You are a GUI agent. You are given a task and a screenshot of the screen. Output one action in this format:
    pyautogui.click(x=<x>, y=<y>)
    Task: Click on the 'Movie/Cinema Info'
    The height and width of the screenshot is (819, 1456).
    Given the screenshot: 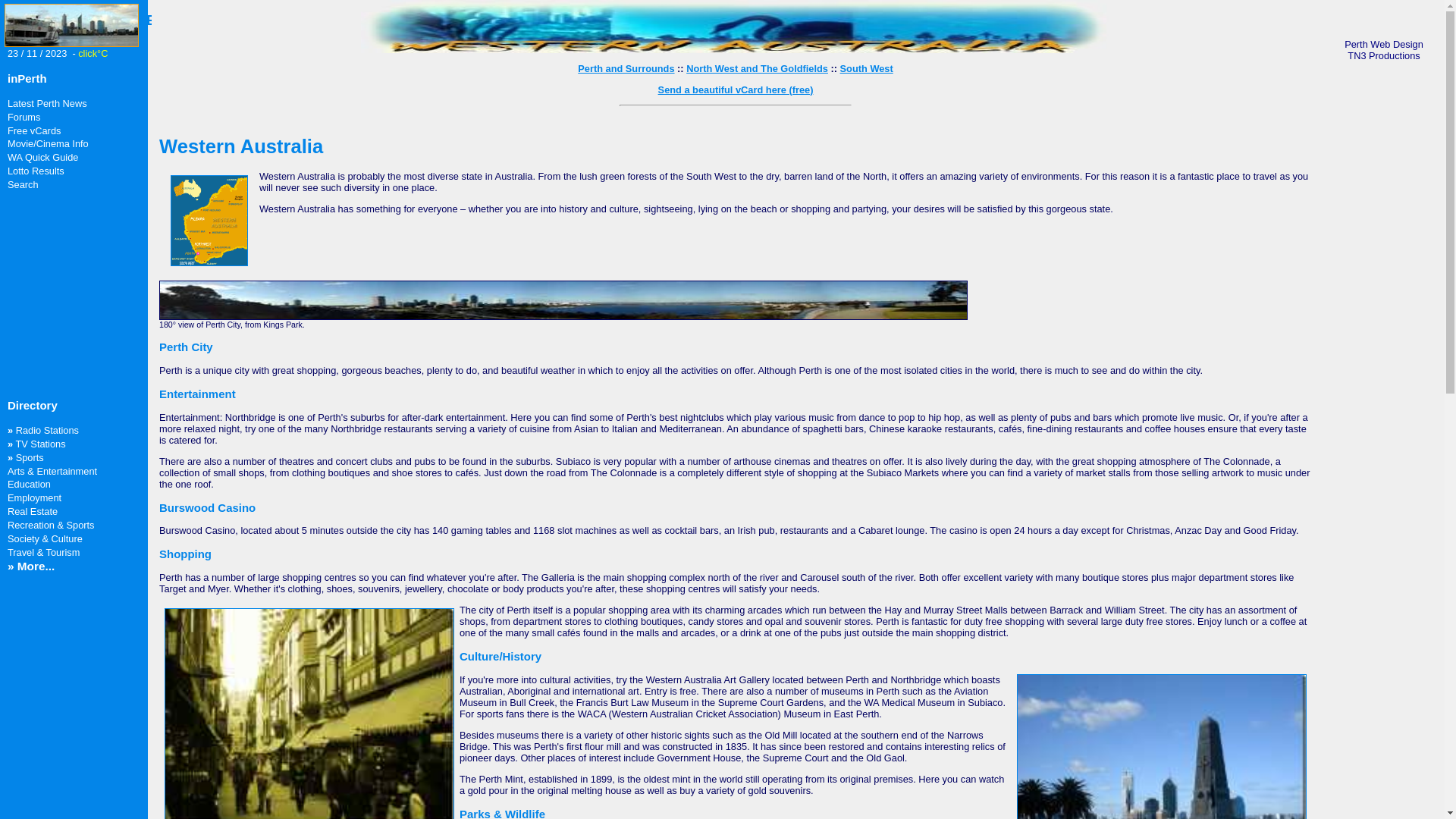 What is the action you would take?
    pyautogui.click(x=48, y=143)
    